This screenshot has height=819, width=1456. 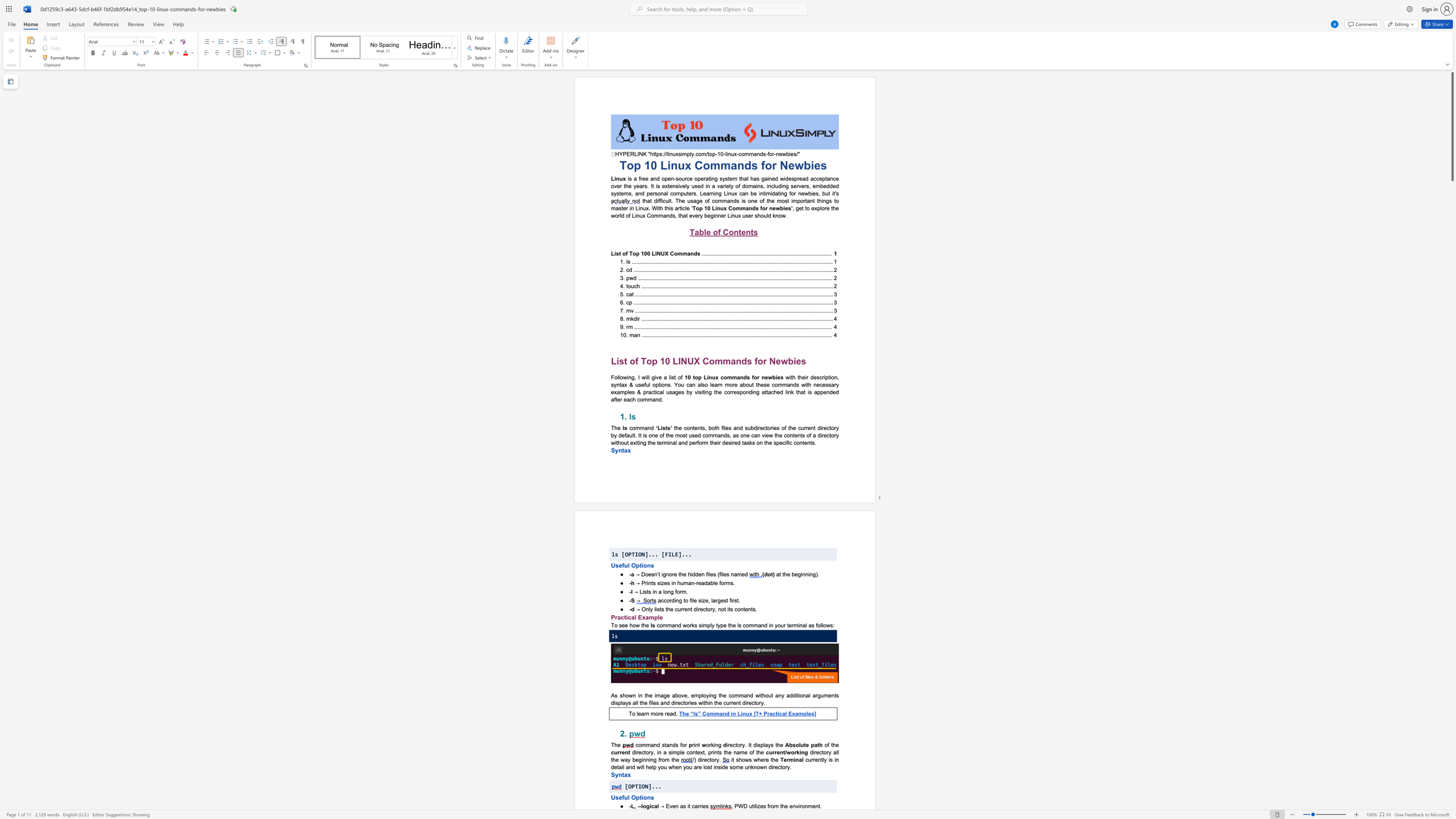 I want to click on the subset text "ands" within the text "Top 10 Linux Commands", so click(x=746, y=208).